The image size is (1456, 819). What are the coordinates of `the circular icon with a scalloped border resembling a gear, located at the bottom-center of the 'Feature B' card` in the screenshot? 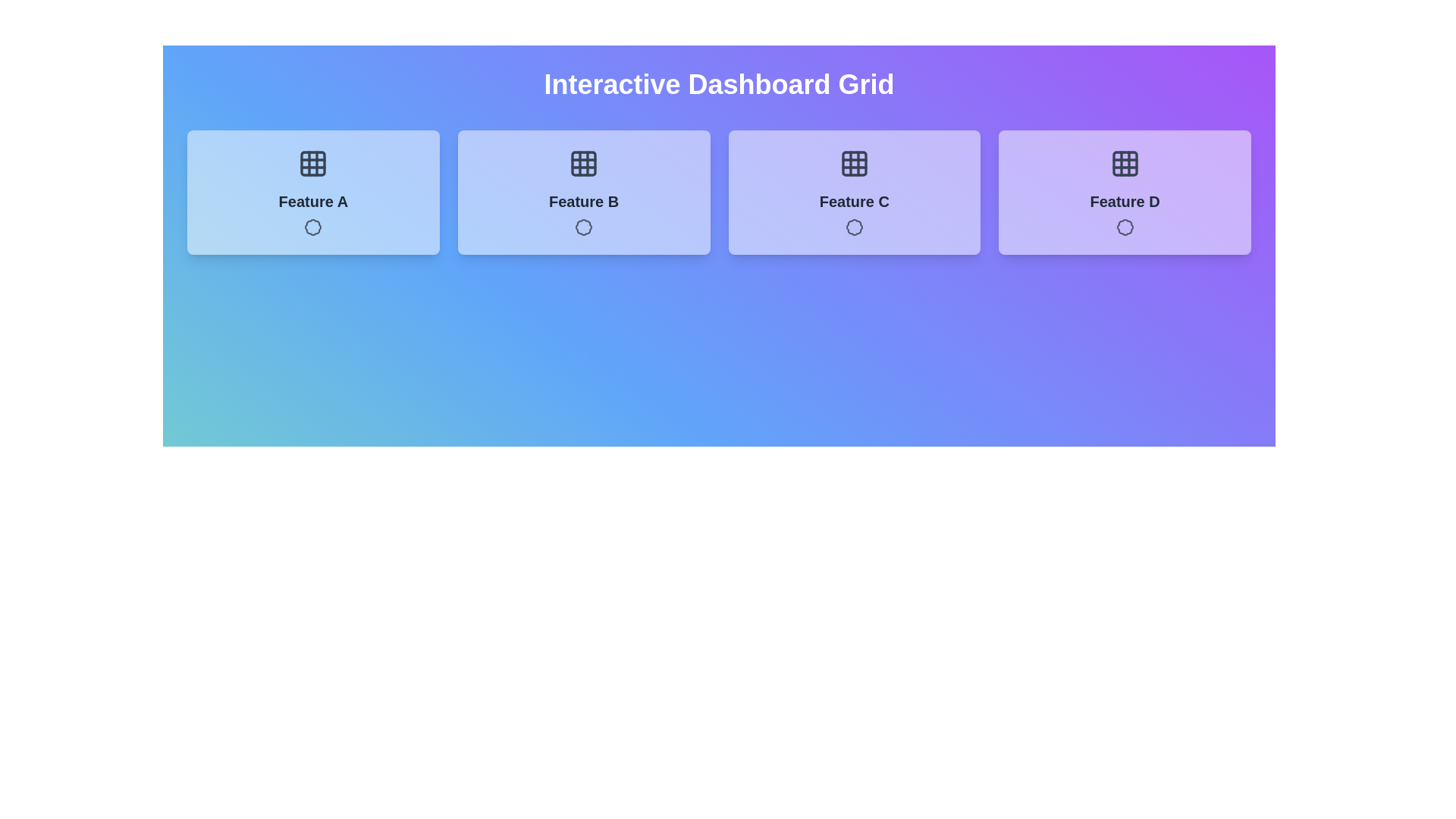 It's located at (583, 227).